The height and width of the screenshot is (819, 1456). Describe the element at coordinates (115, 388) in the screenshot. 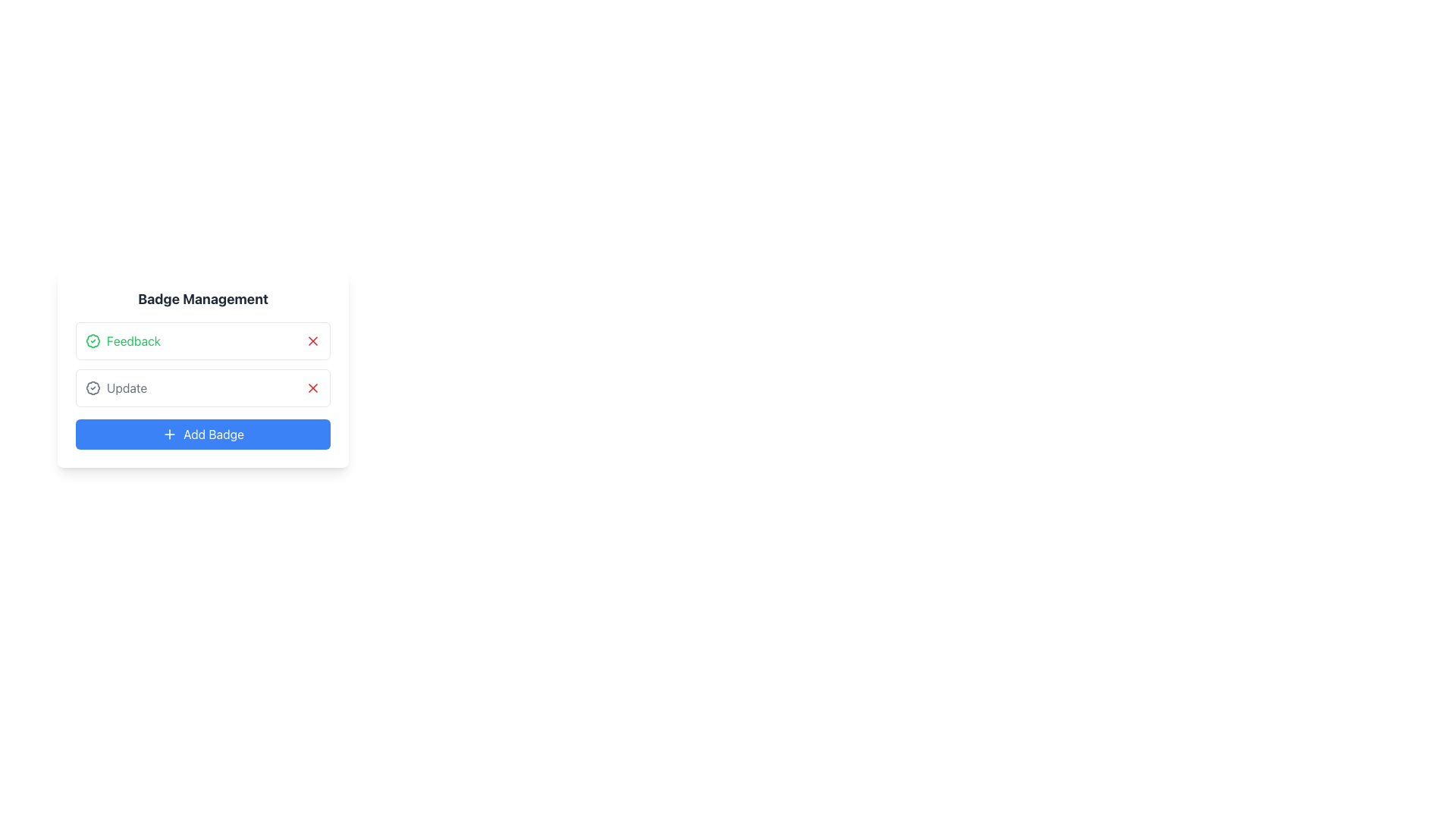

I see `the list item in the Badge Management card located in the second row of the vertical list` at that location.